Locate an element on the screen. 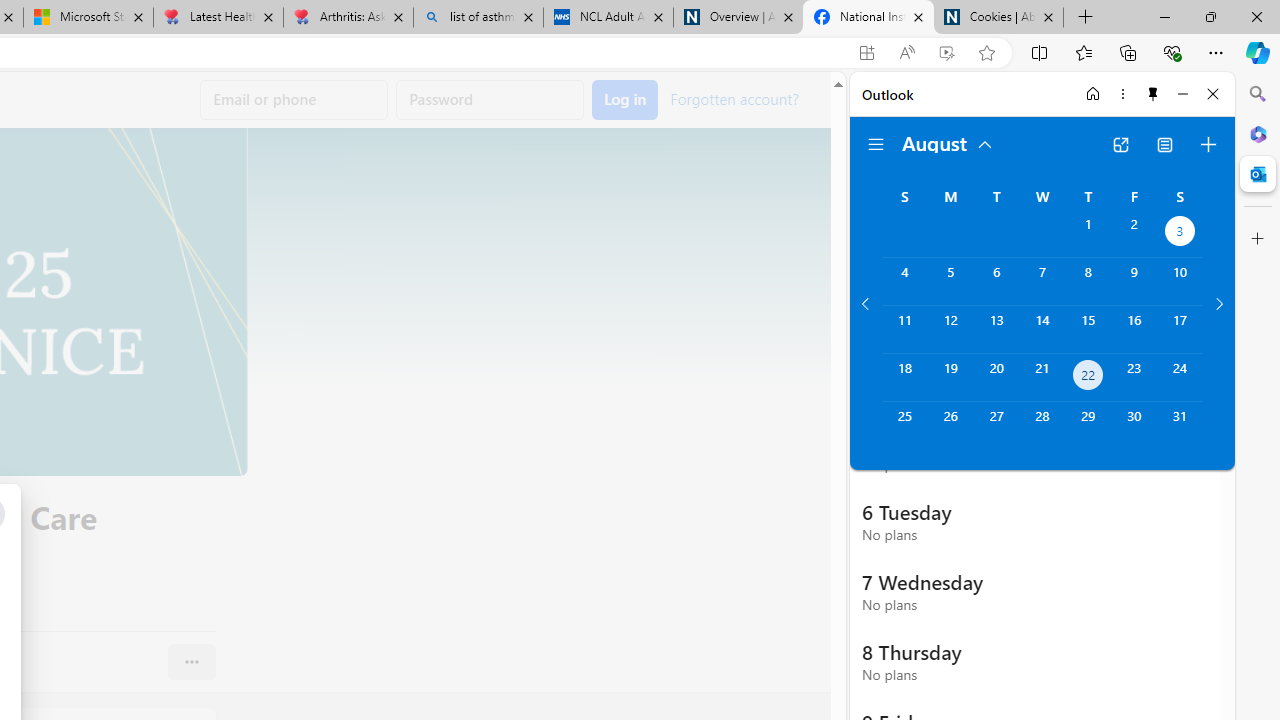 This screenshot has height=720, width=1280. 'Friday, August 9, 2024. ' is located at coordinates (1134, 281).